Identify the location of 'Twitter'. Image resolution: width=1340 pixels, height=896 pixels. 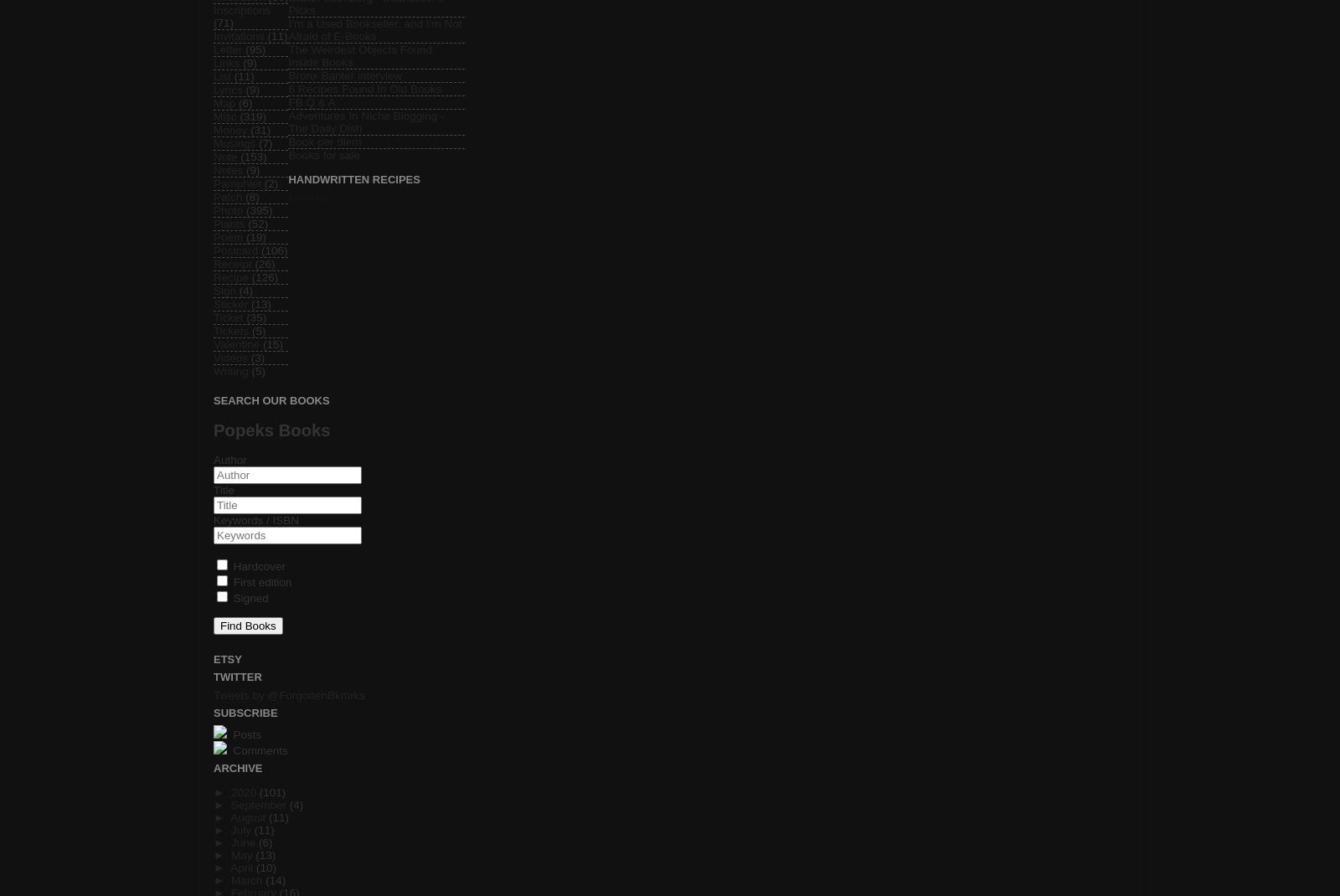
(237, 677).